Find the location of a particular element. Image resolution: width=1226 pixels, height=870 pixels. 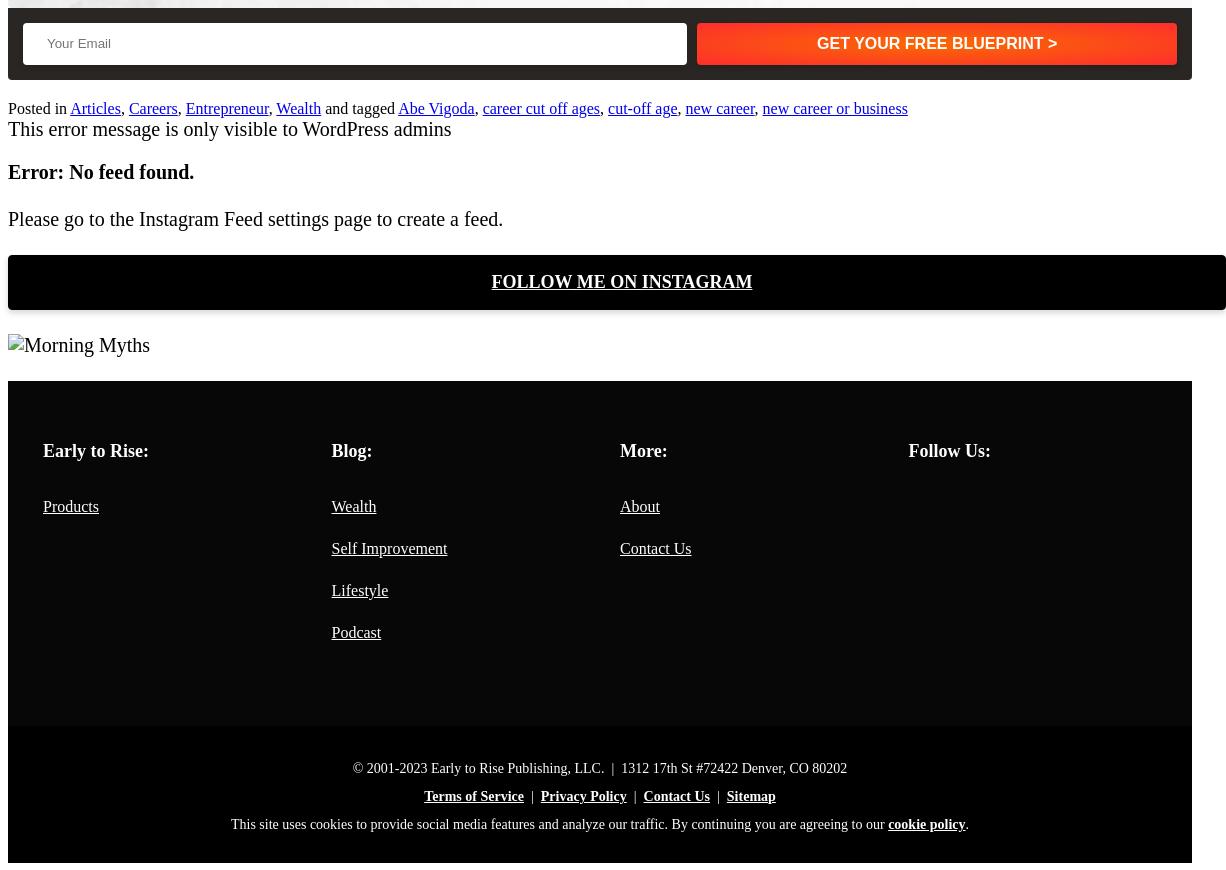

'career cut off ages' is located at coordinates (540, 107).